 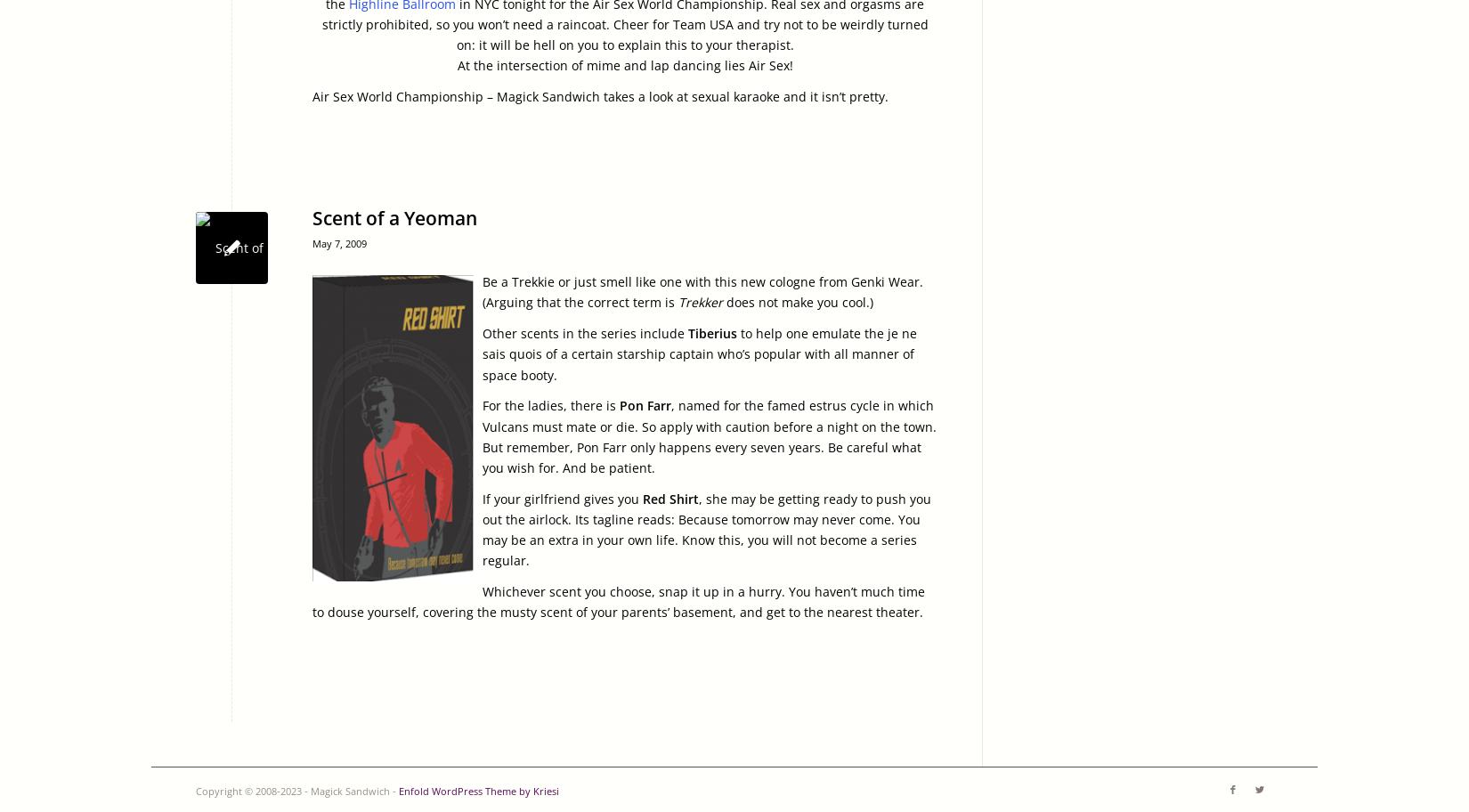 I want to click on 'Red Shirt', so click(x=670, y=498).